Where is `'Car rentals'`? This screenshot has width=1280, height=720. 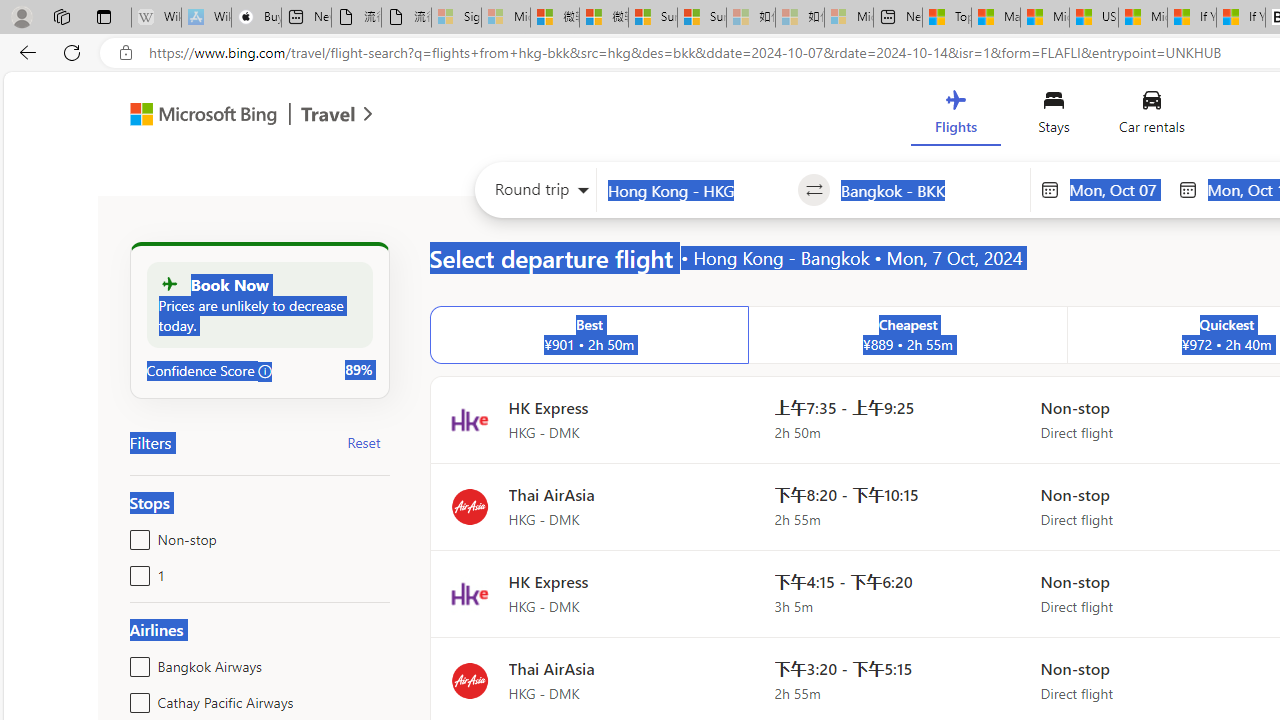 'Car rentals' is located at coordinates (1151, 117).